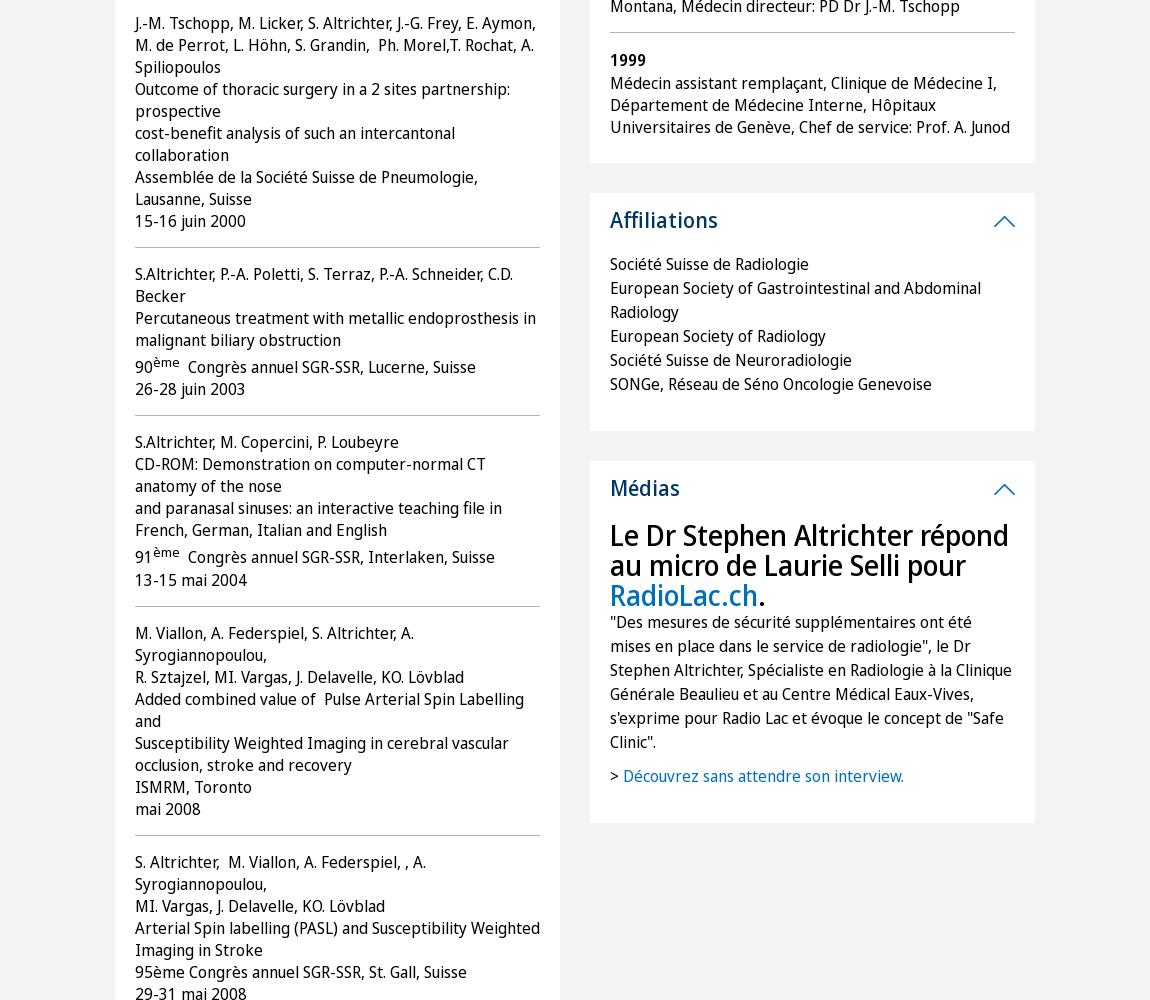 The image size is (1150, 1000). I want to click on 'RadioLac.ch', so click(683, 594).